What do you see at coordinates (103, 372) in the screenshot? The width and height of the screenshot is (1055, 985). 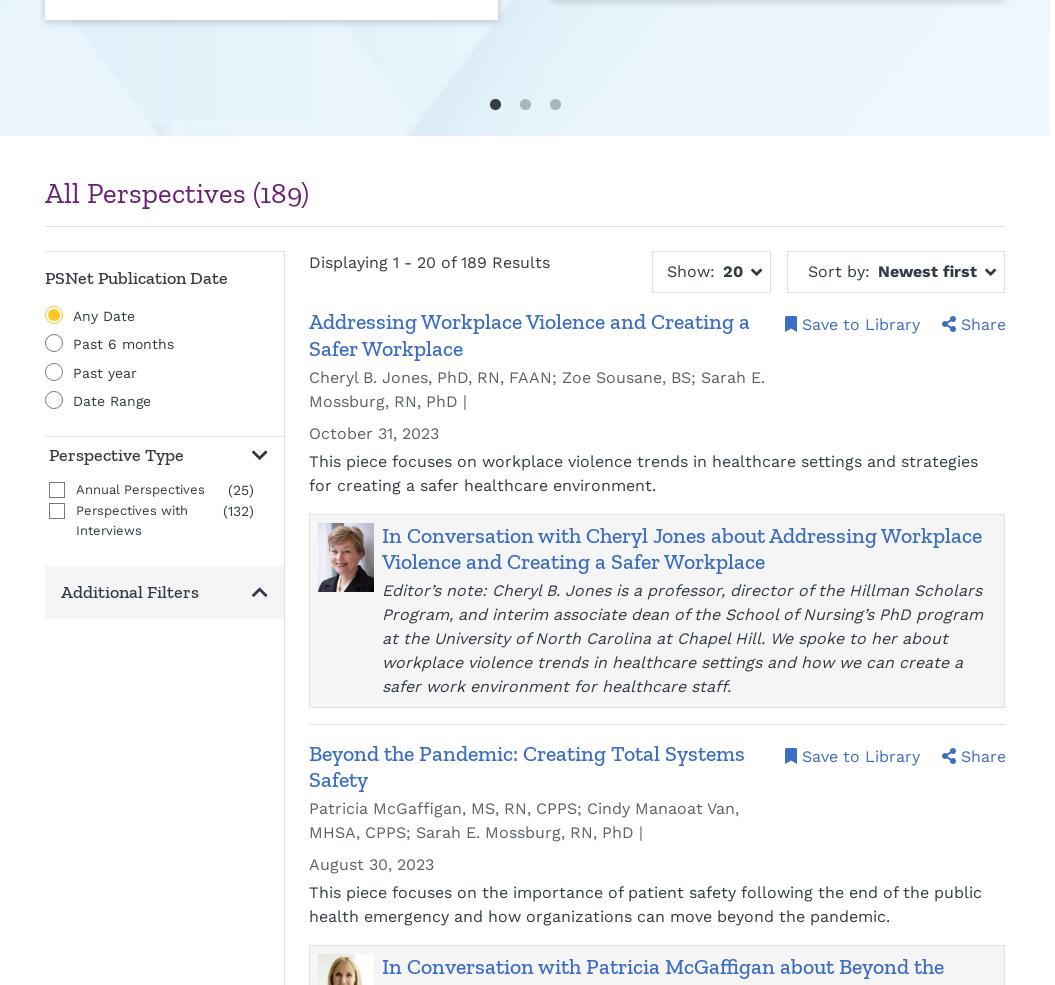 I see `'Past year'` at bounding box center [103, 372].